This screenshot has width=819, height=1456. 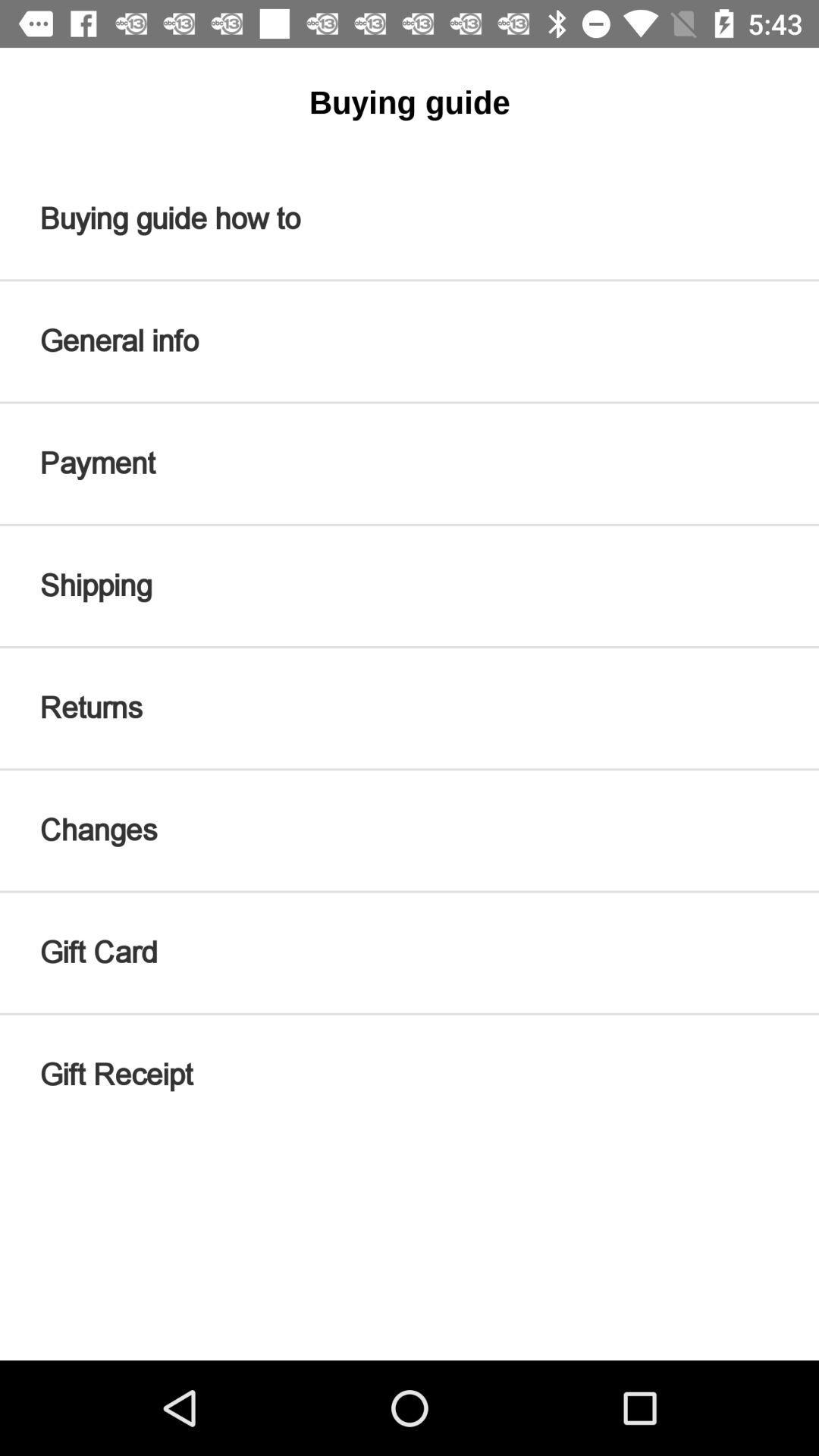 I want to click on the icon below the changes icon, so click(x=409, y=952).